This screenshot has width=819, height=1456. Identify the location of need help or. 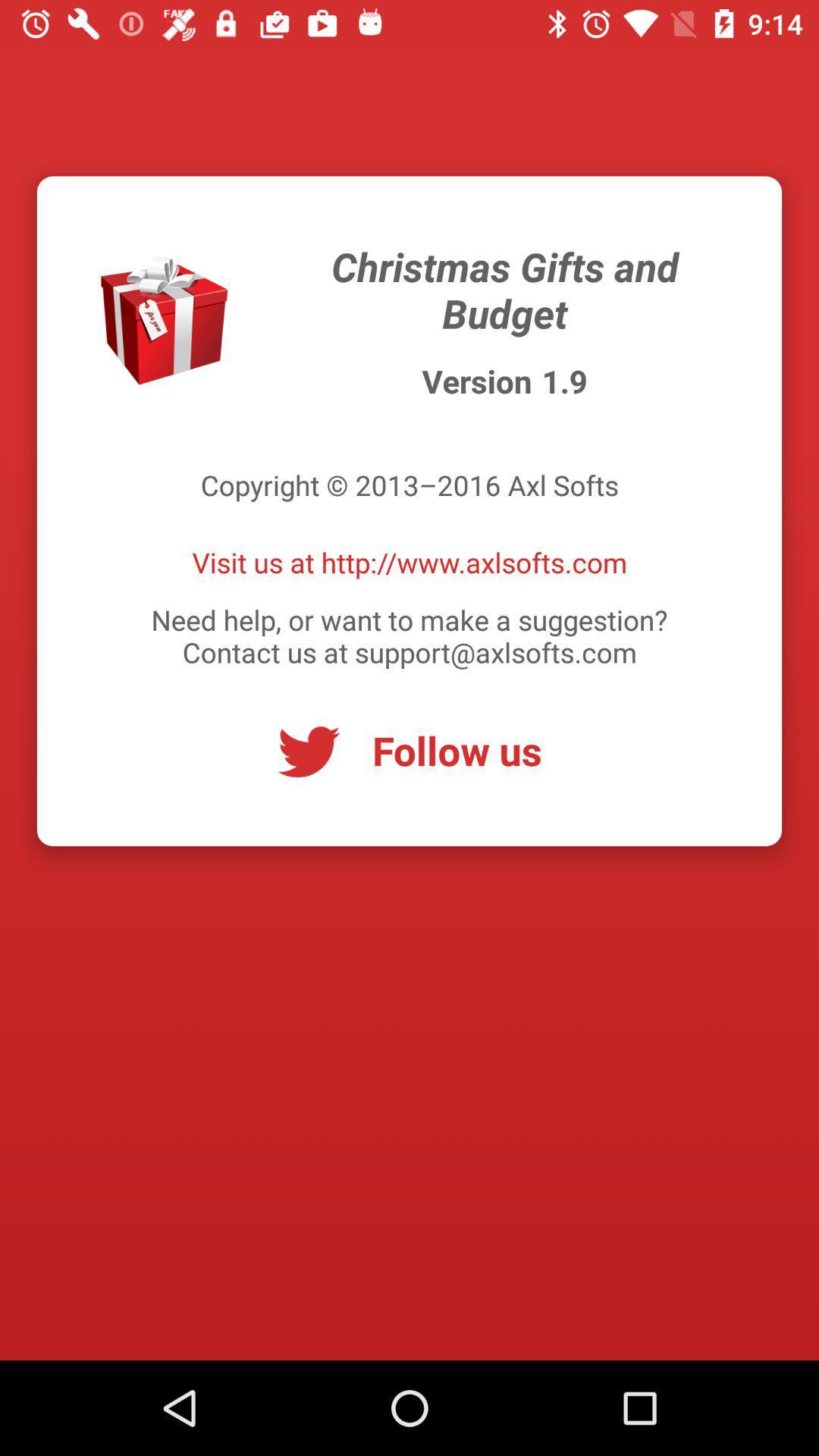
(409, 635).